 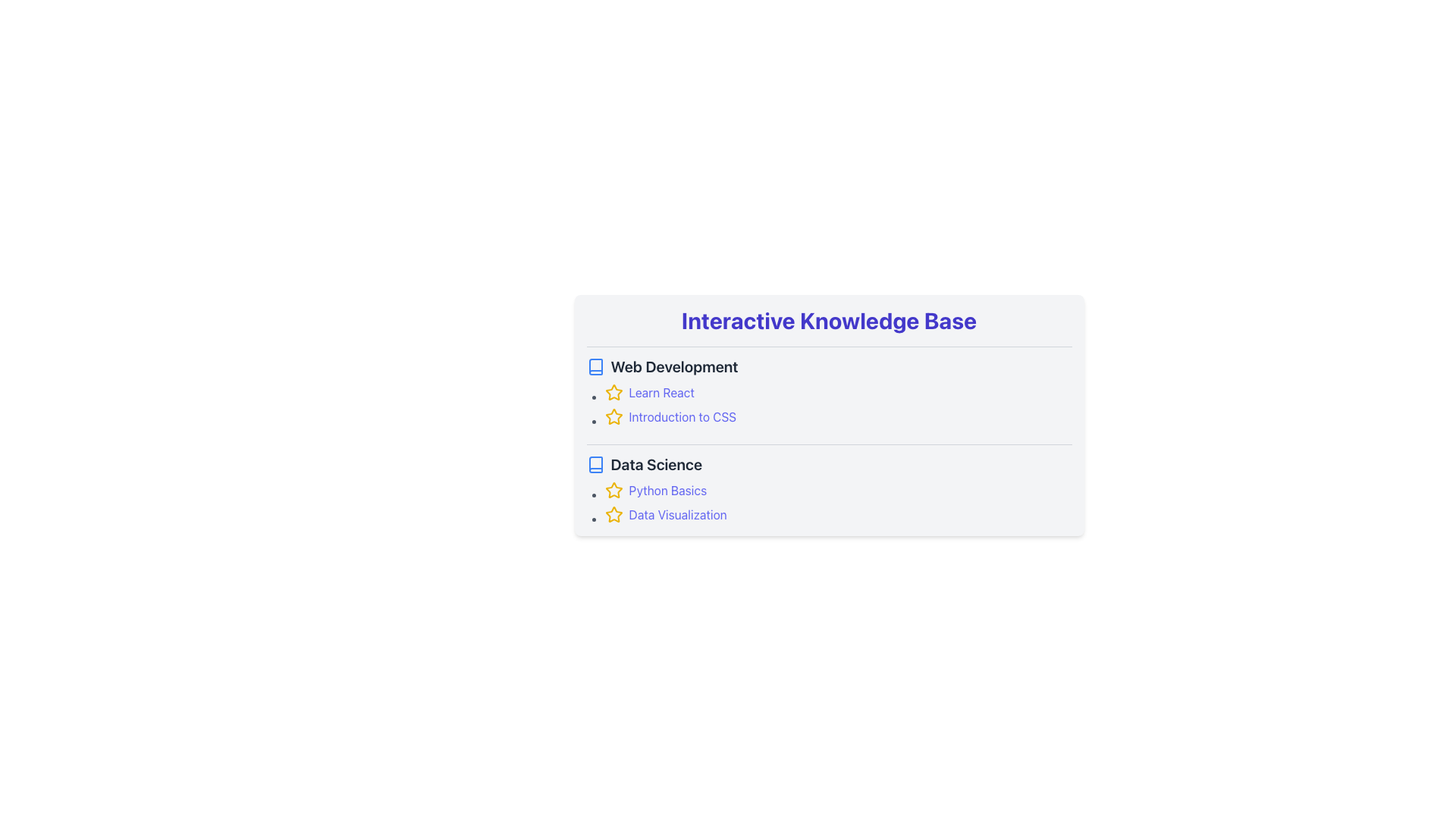 What do you see at coordinates (837, 513) in the screenshot?
I see `the navigational link for 'Data Visualization', which is the second item under the 'Data Science' section of the knowledge base interface` at bounding box center [837, 513].